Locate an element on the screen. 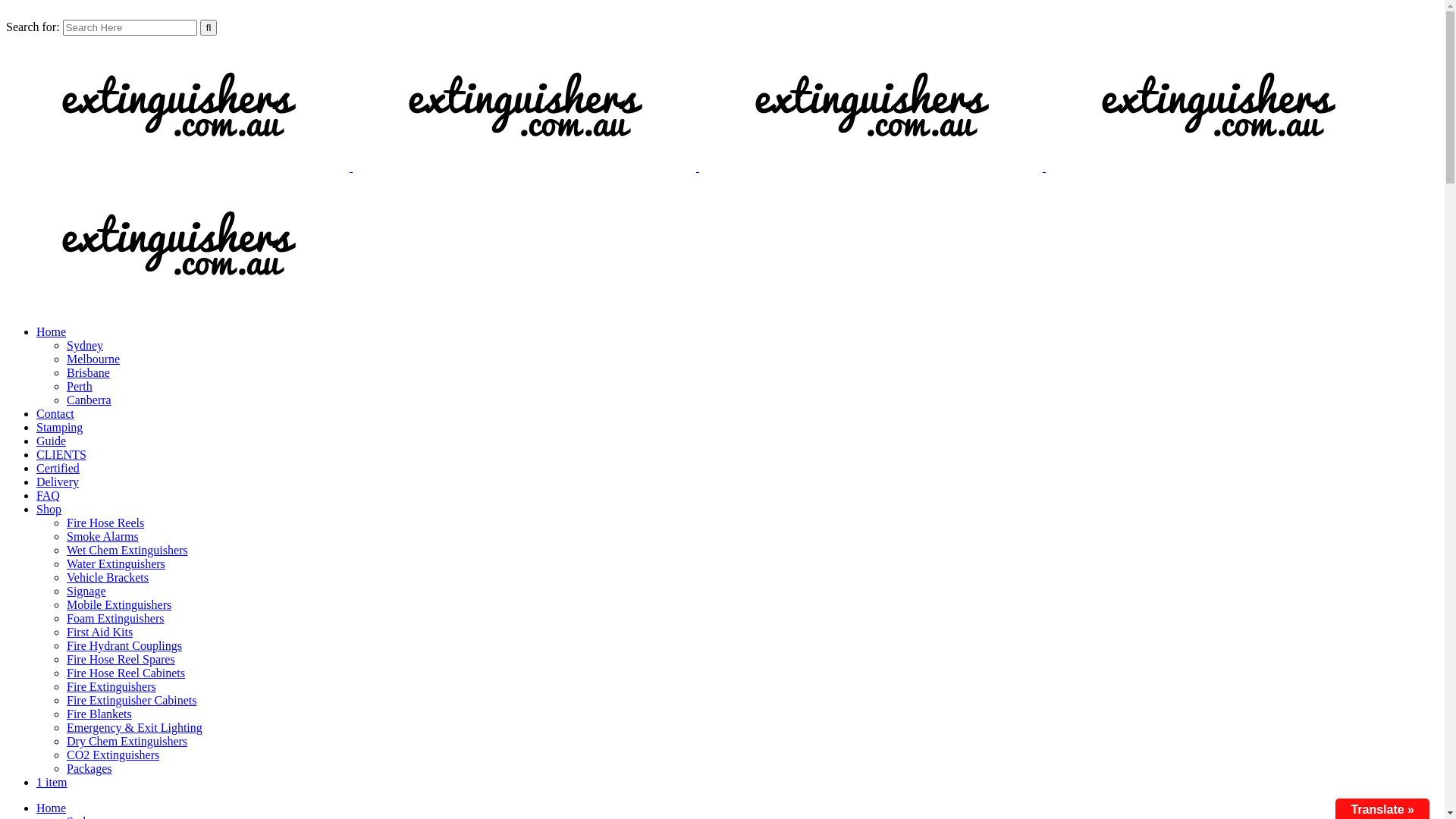 This screenshot has width=1456, height=819. 'Brisbane' is located at coordinates (87, 372).